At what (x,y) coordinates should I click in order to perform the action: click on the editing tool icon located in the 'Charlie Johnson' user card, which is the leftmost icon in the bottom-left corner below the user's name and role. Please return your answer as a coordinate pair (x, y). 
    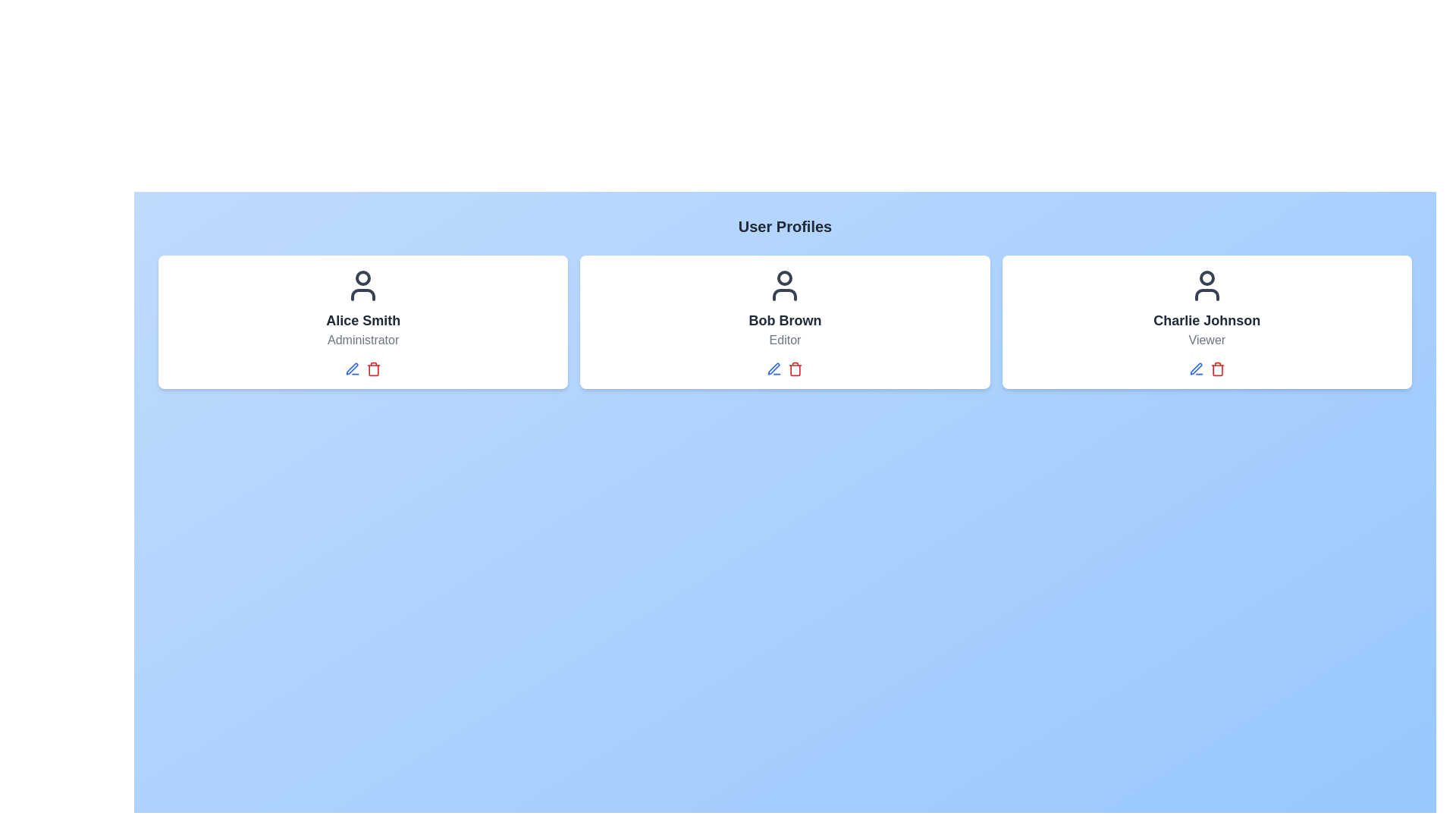
    Looking at the image, I should click on (1195, 369).